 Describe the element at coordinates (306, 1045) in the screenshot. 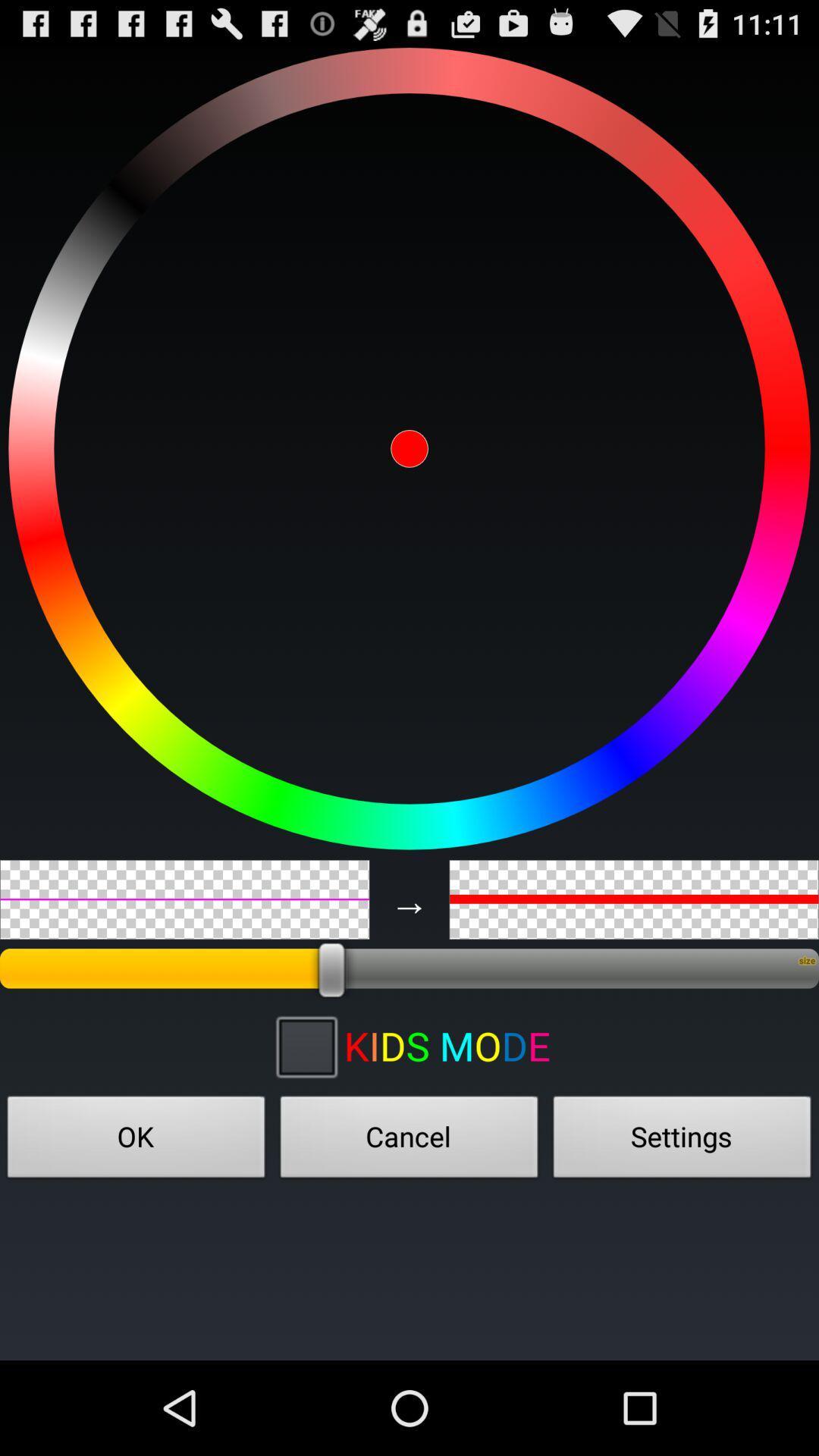

I see `the app to the left of kids mode app` at that location.